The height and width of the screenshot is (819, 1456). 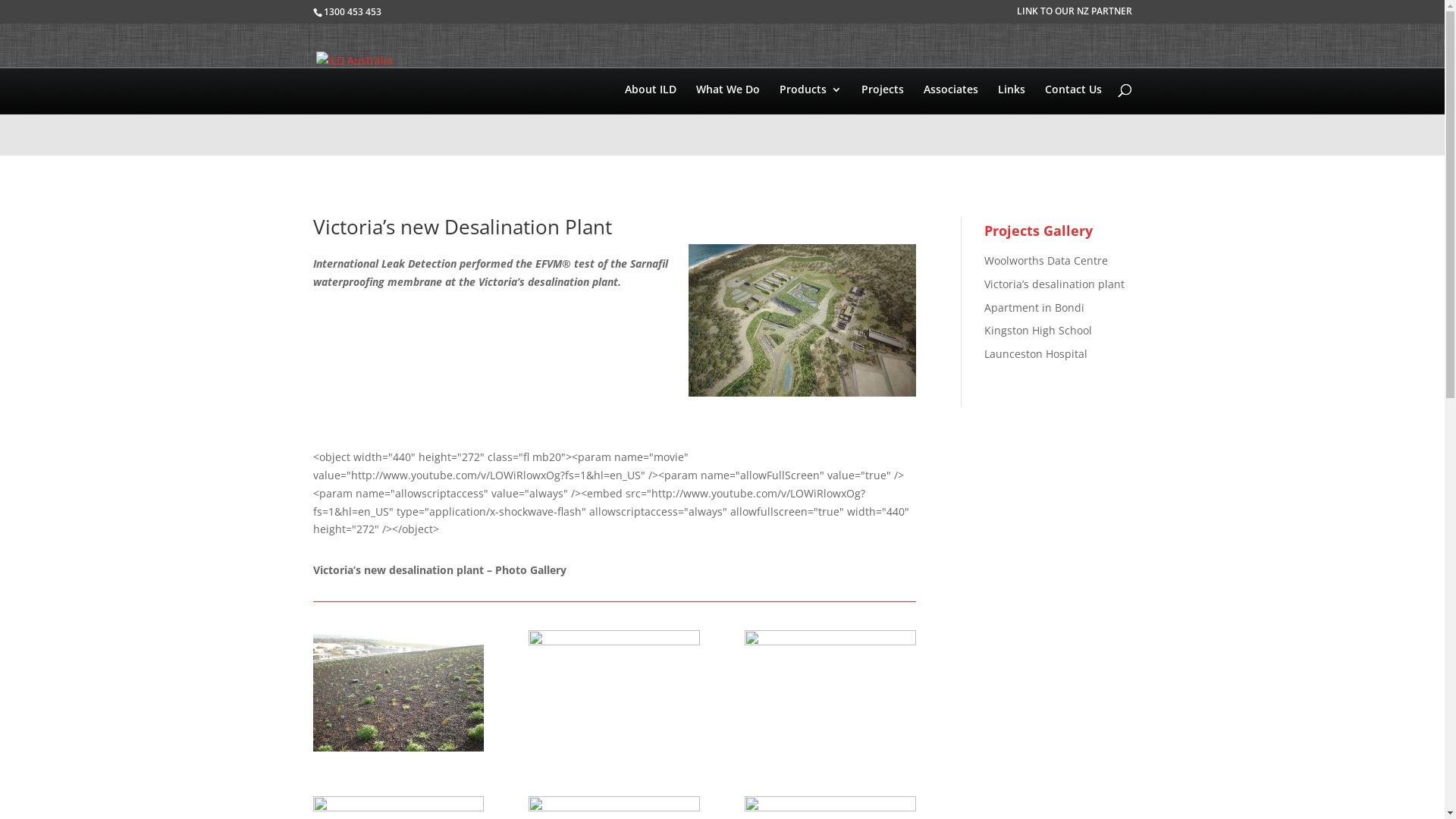 What do you see at coordinates (810, 119) in the screenshot?
I see `'Products'` at bounding box center [810, 119].